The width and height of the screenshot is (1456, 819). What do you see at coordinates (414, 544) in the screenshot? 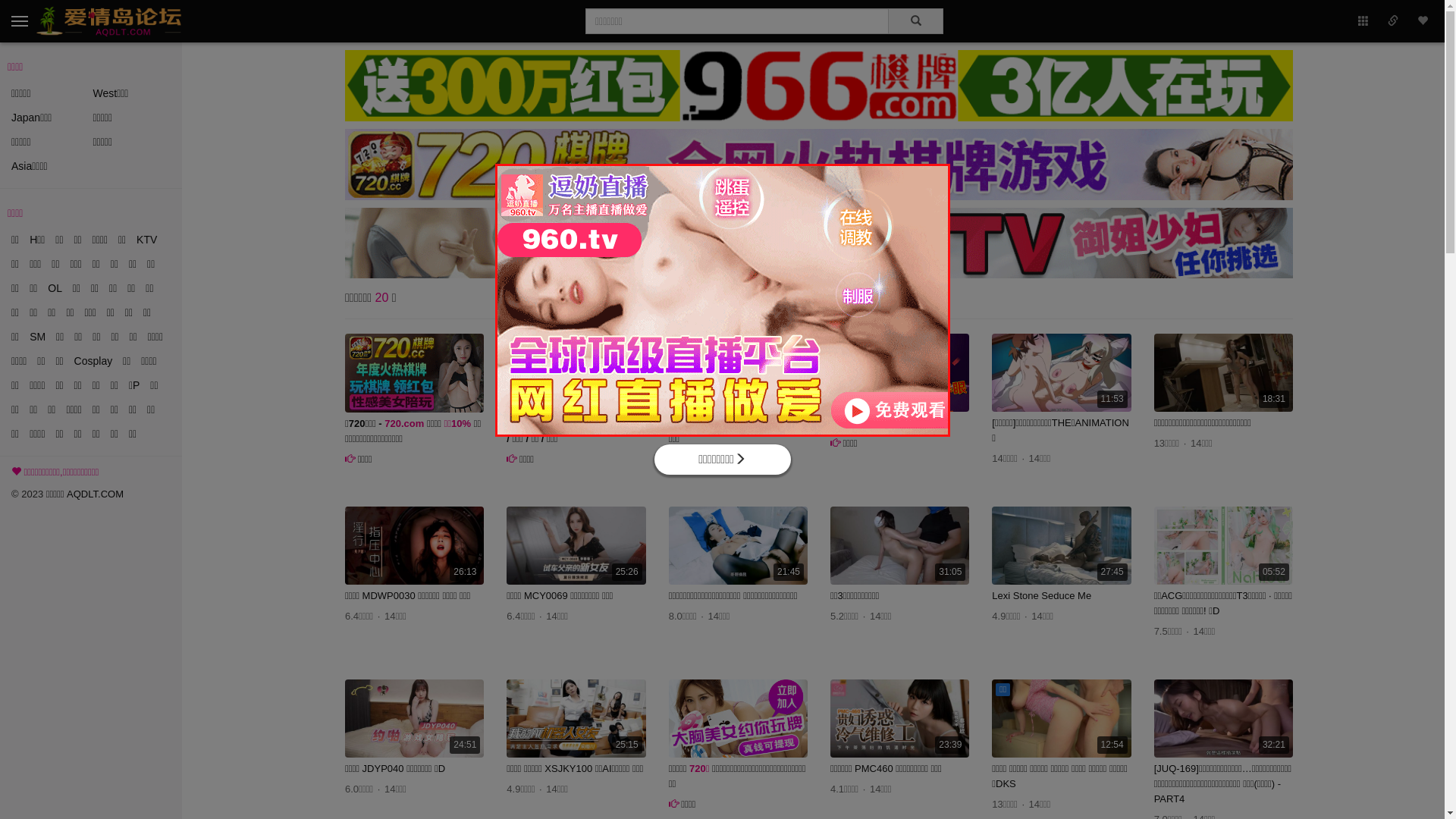
I see `'26:13'` at bounding box center [414, 544].